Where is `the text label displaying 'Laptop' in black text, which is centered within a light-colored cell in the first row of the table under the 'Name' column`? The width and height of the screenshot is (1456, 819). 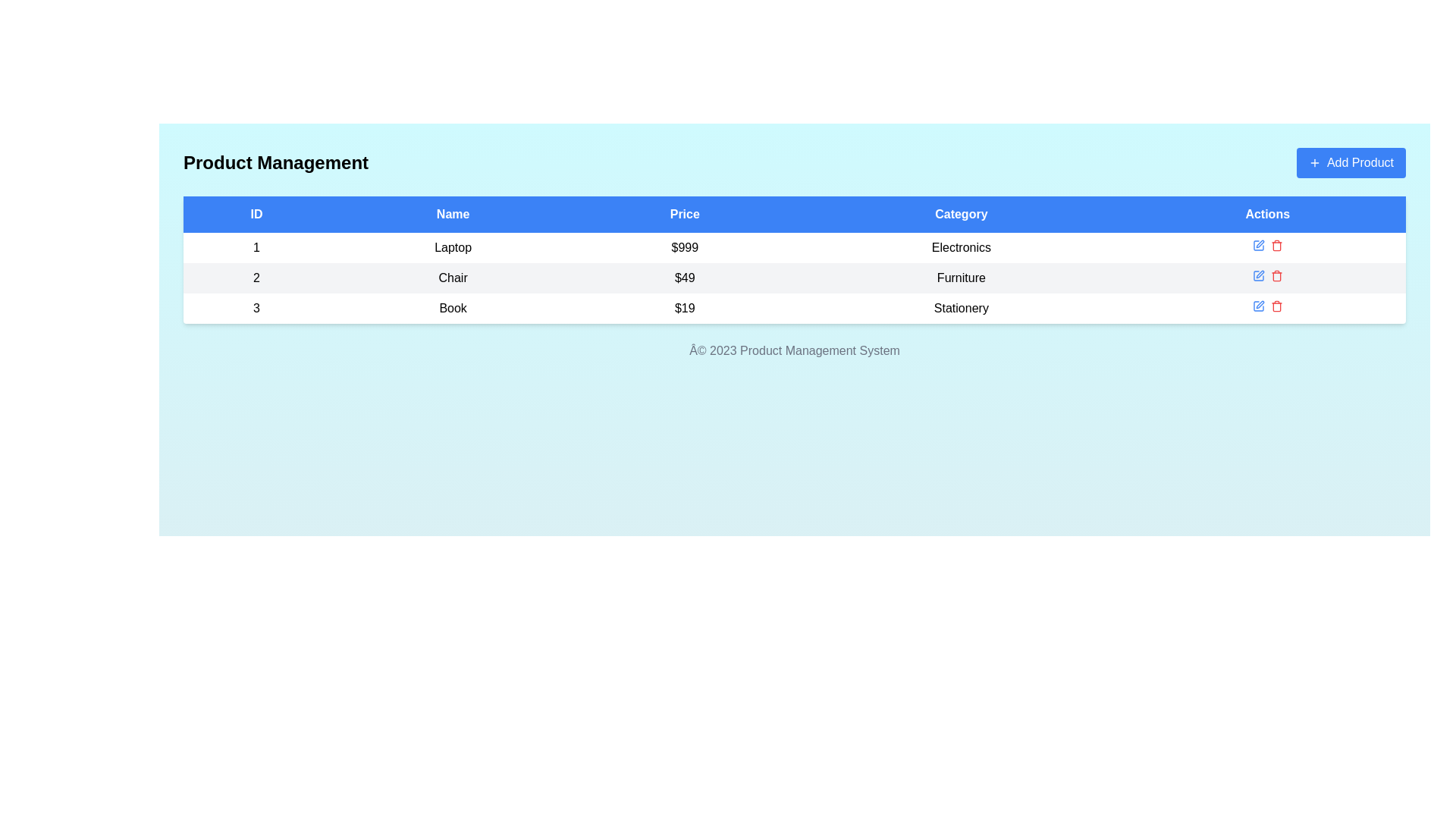 the text label displaying 'Laptop' in black text, which is centered within a light-colored cell in the first row of the table under the 'Name' column is located at coordinates (451, 247).